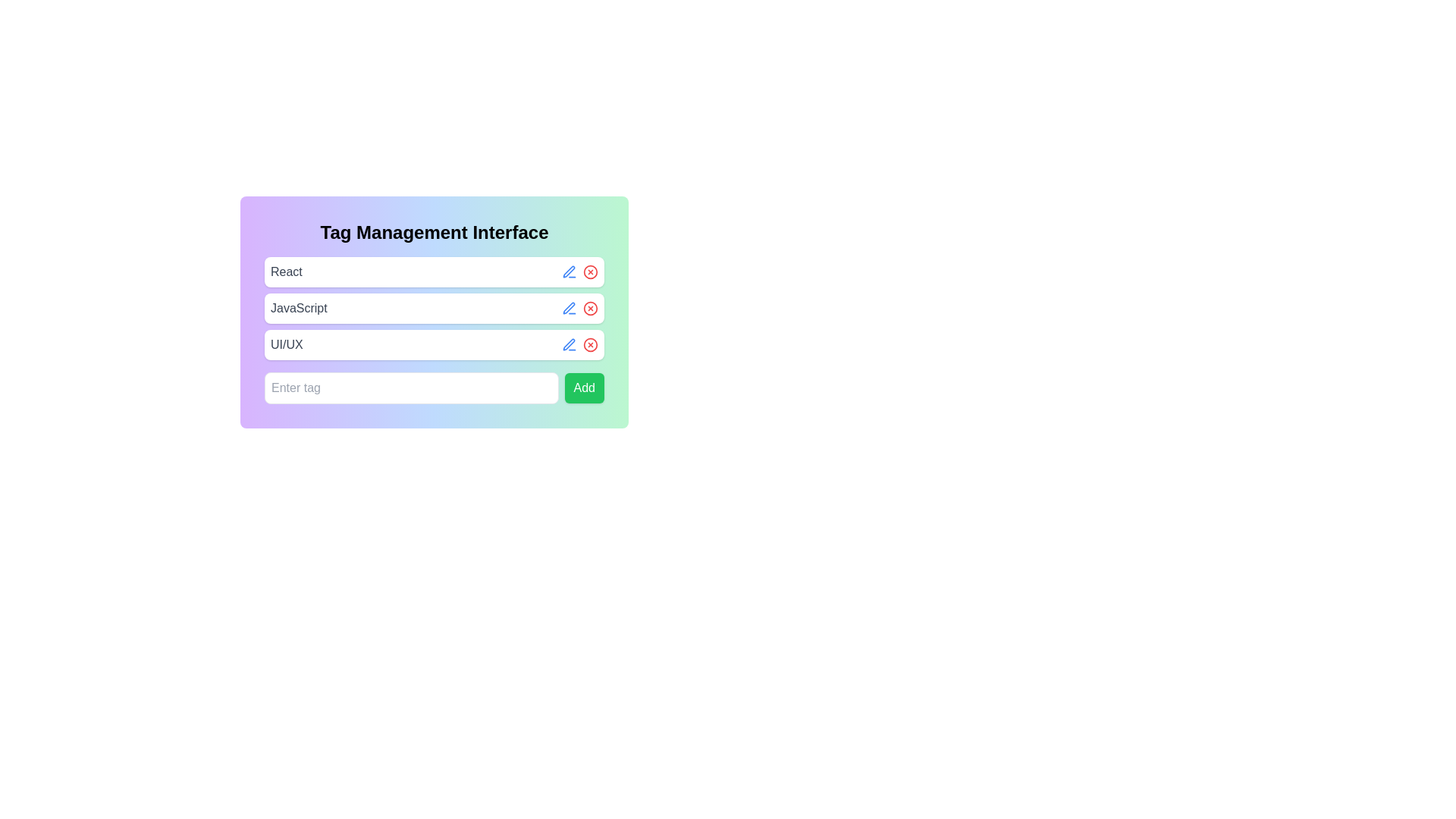  Describe the element at coordinates (568, 307) in the screenshot. I see `the small, pen-shaped edit icon located next to the 'JavaScript' text input field` at that location.